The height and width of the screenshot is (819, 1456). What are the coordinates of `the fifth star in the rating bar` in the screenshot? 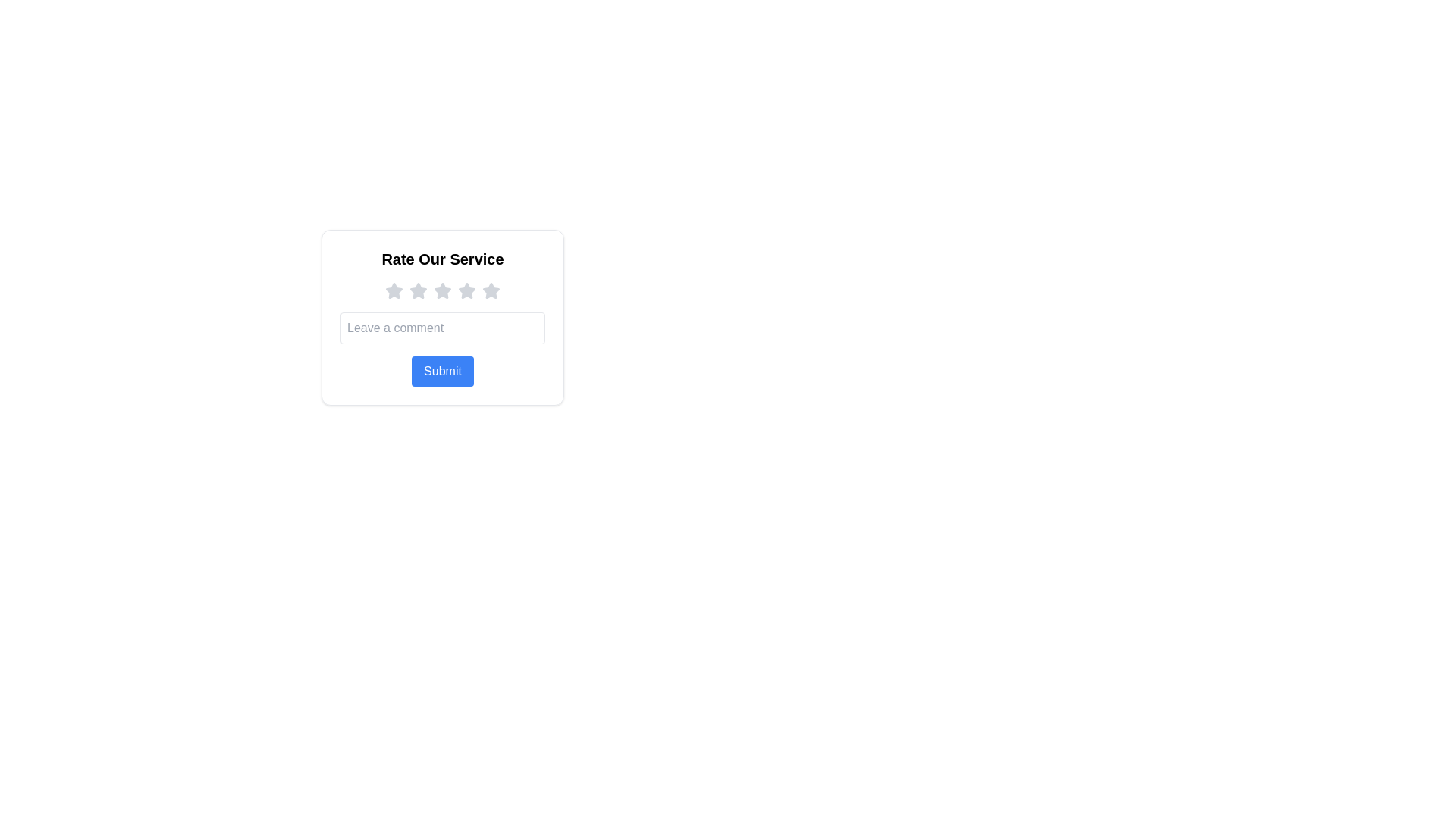 It's located at (491, 291).